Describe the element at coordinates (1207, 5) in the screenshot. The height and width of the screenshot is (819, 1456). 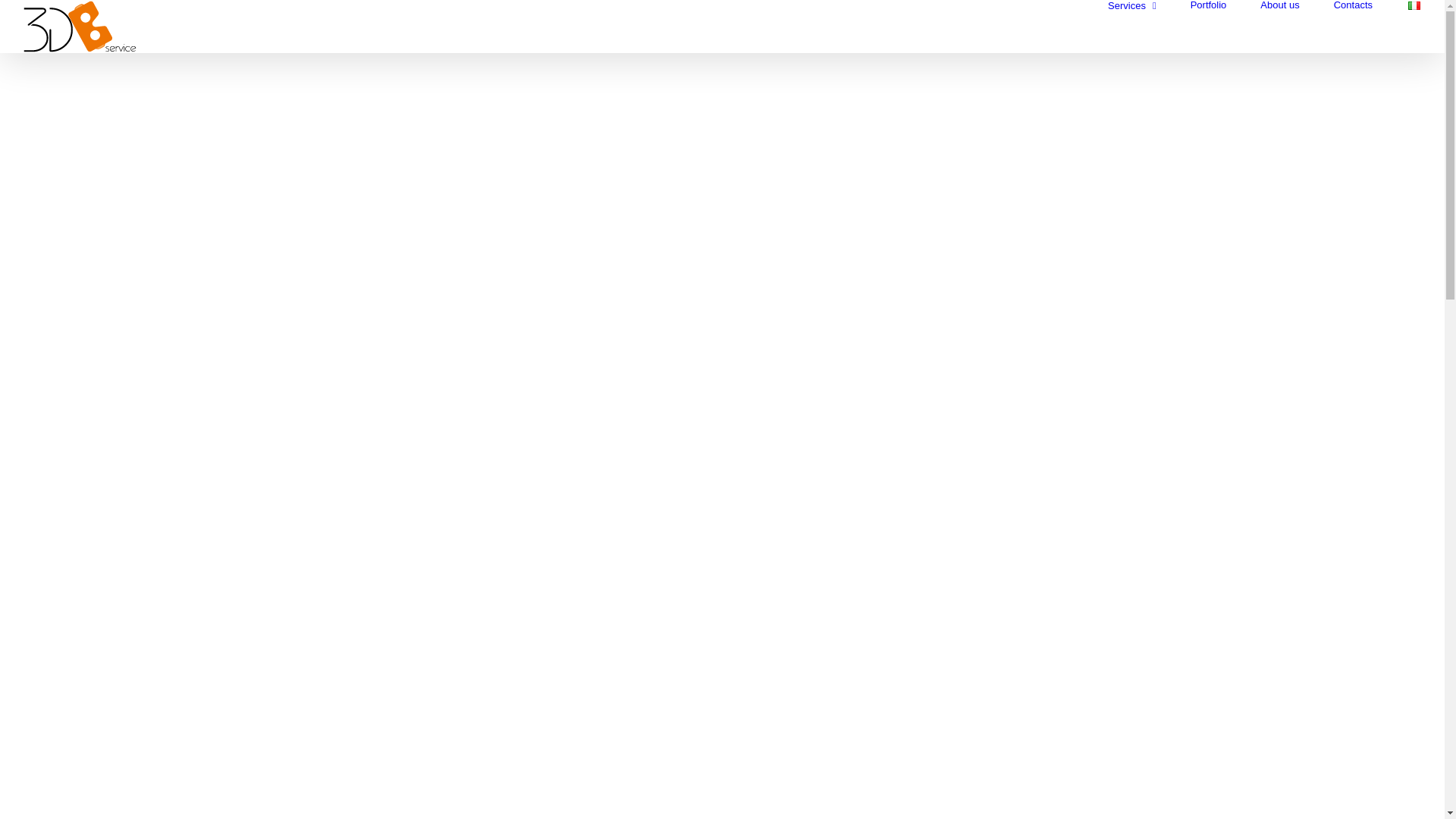
I see `'Portfolio'` at that location.